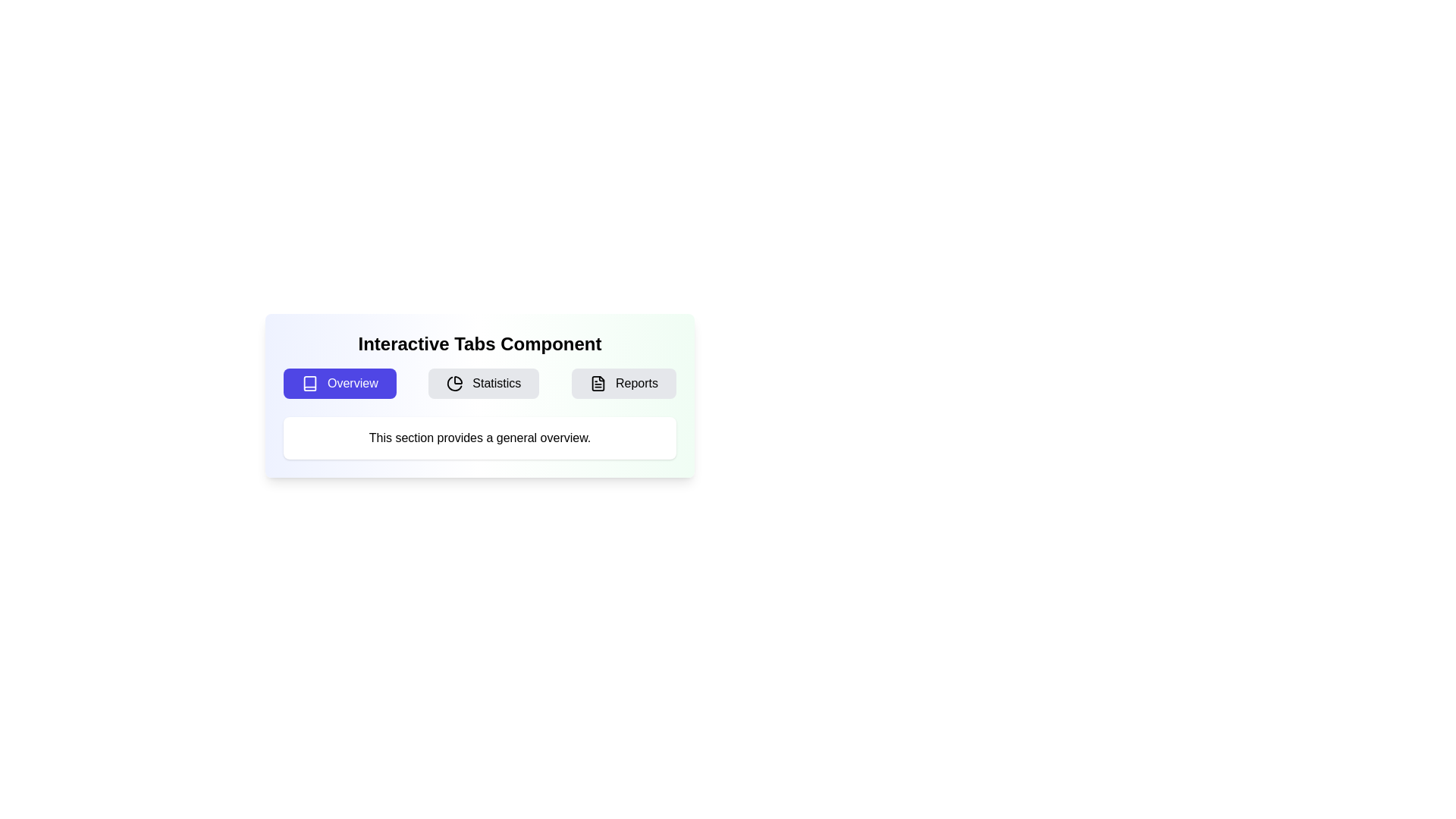 This screenshot has height=819, width=1456. What do you see at coordinates (597, 382) in the screenshot?
I see `the icon representing the 'Reports' tab, which is located on the right-most side of the tab group and to the left of the text label 'Reports'` at bounding box center [597, 382].